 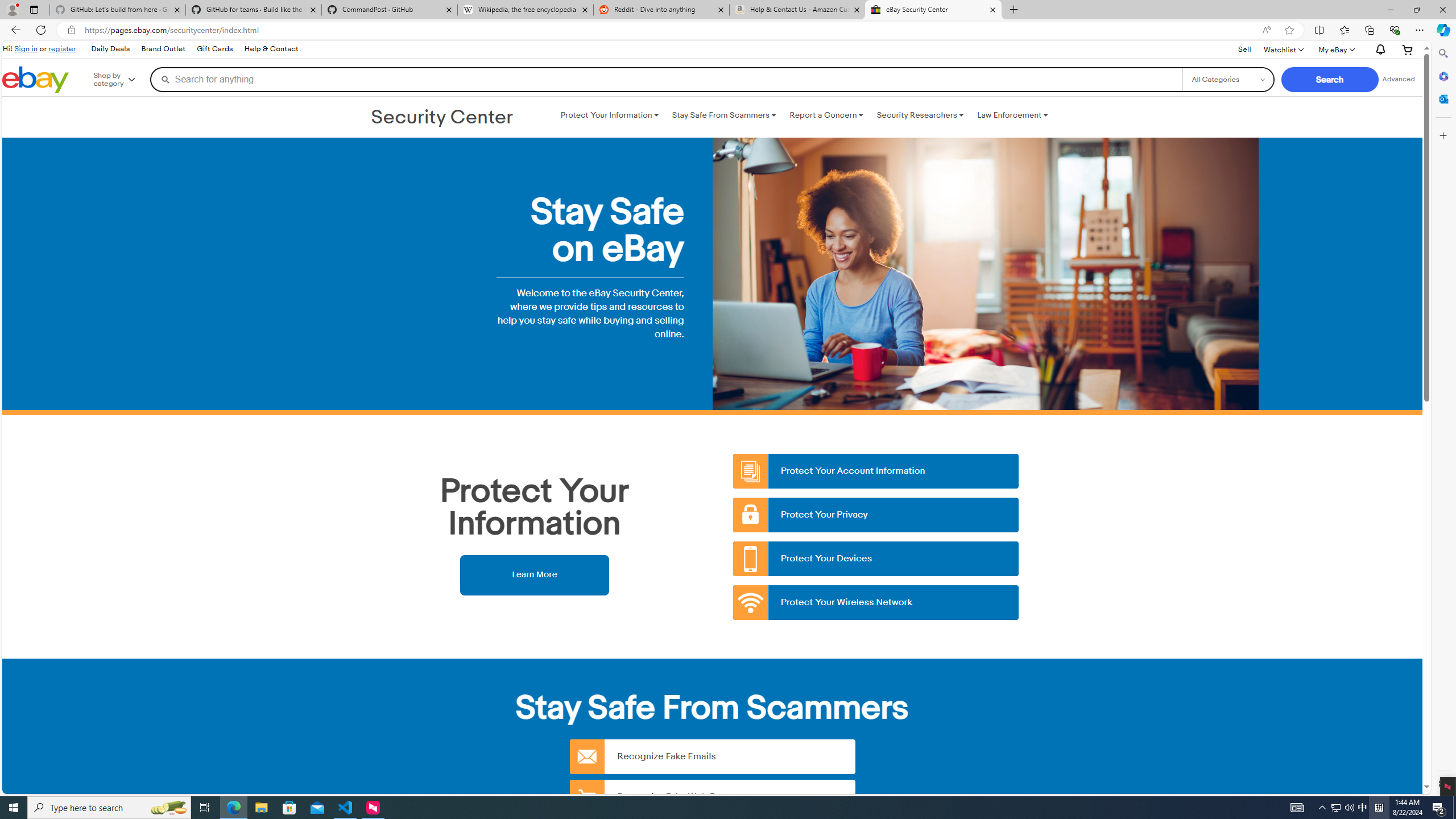 What do you see at coordinates (162, 48) in the screenshot?
I see `'Brand Outlet'` at bounding box center [162, 48].